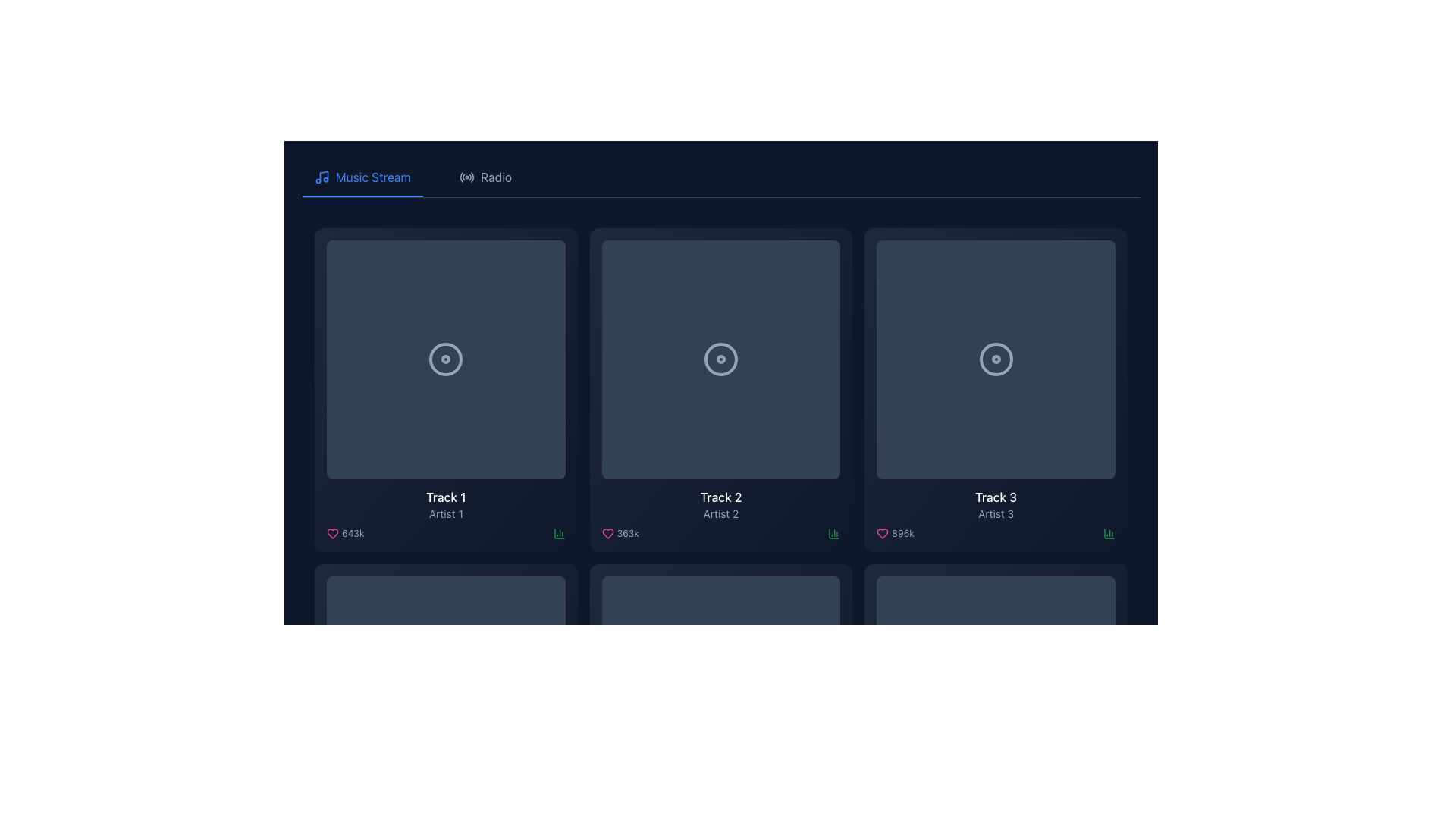 Image resolution: width=1456 pixels, height=819 pixels. Describe the element at coordinates (720, 513) in the screenshot. I see `the static text label displaying the artist's name for 'Track 2', which is located below the track title and above the metrics label` at that location.